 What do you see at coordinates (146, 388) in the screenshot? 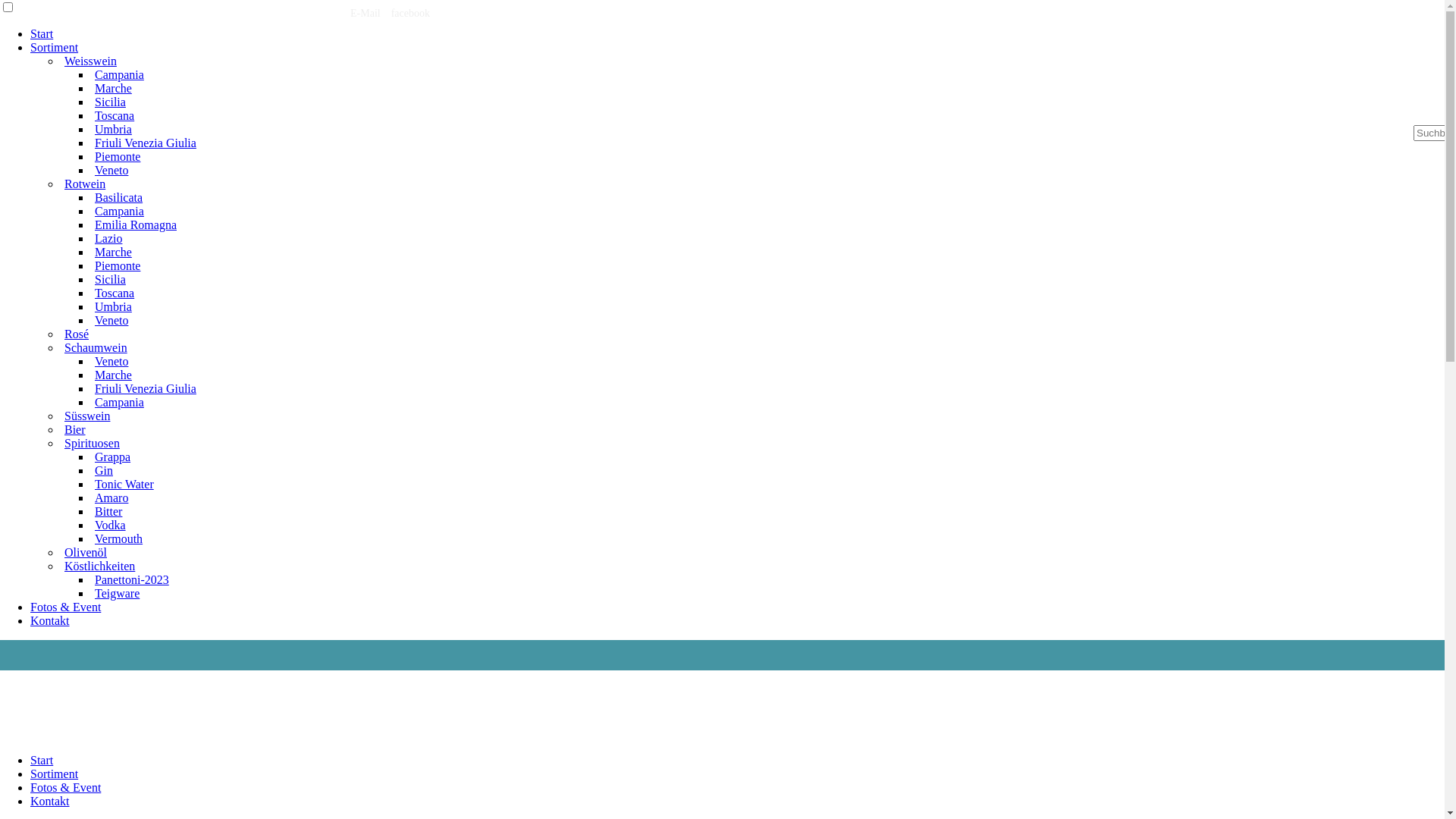
I see `'Friuli Venezia Giulia'` at bounding box center [146, 388].